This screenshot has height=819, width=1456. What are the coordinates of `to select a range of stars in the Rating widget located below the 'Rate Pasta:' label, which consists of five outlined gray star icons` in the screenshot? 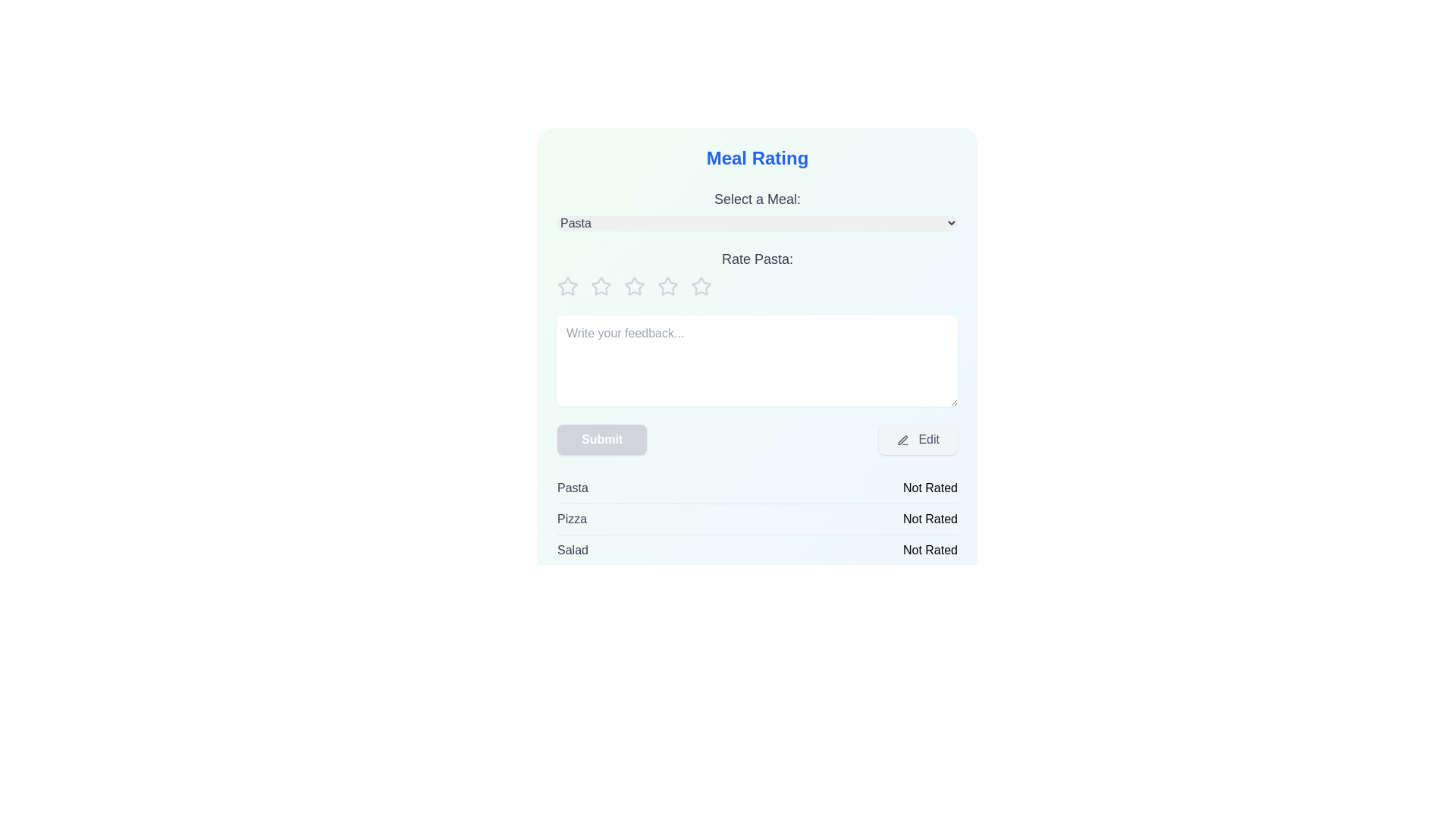 It's located at (757, 287).